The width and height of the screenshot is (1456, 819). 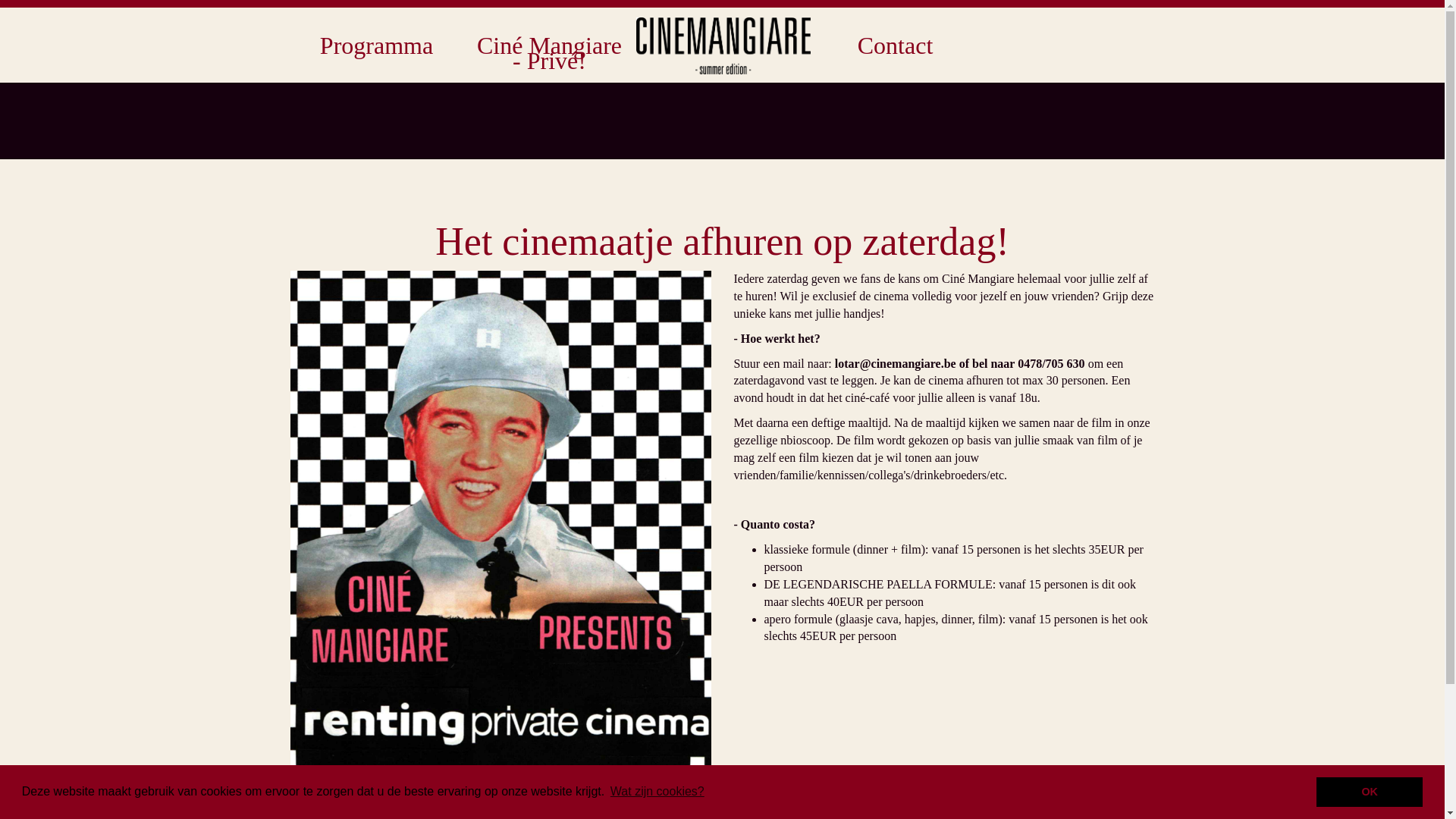 What do you see at coordinates (895, 45) in the screenshot?
I see `'Contact'` at bounding box center [895, 45].